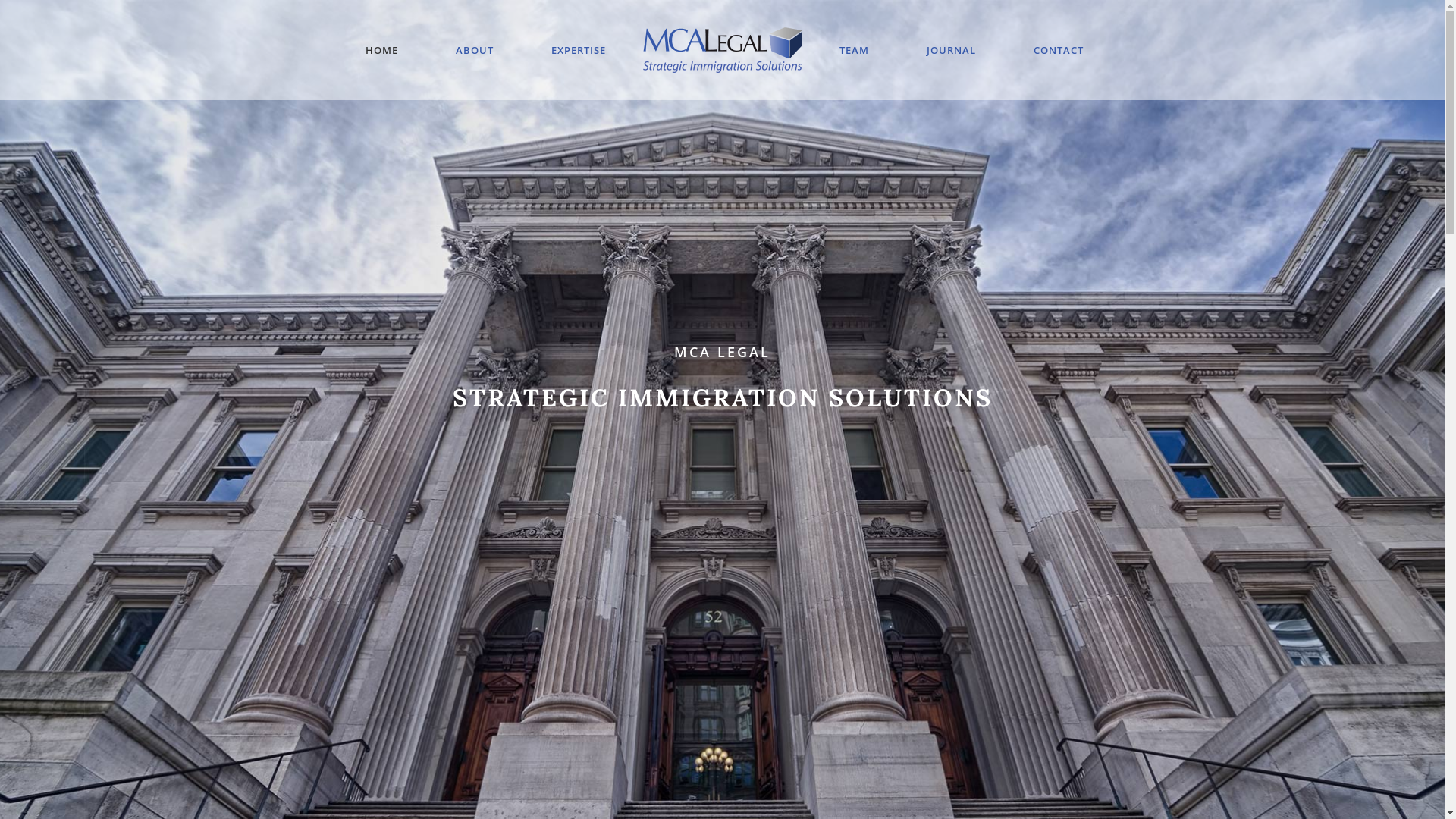 The height and width of the screenshot is (819, 1456). Describe the element at coordinates (577, 49) in the screenshot. I see `'EXPERTISE'` at that location.